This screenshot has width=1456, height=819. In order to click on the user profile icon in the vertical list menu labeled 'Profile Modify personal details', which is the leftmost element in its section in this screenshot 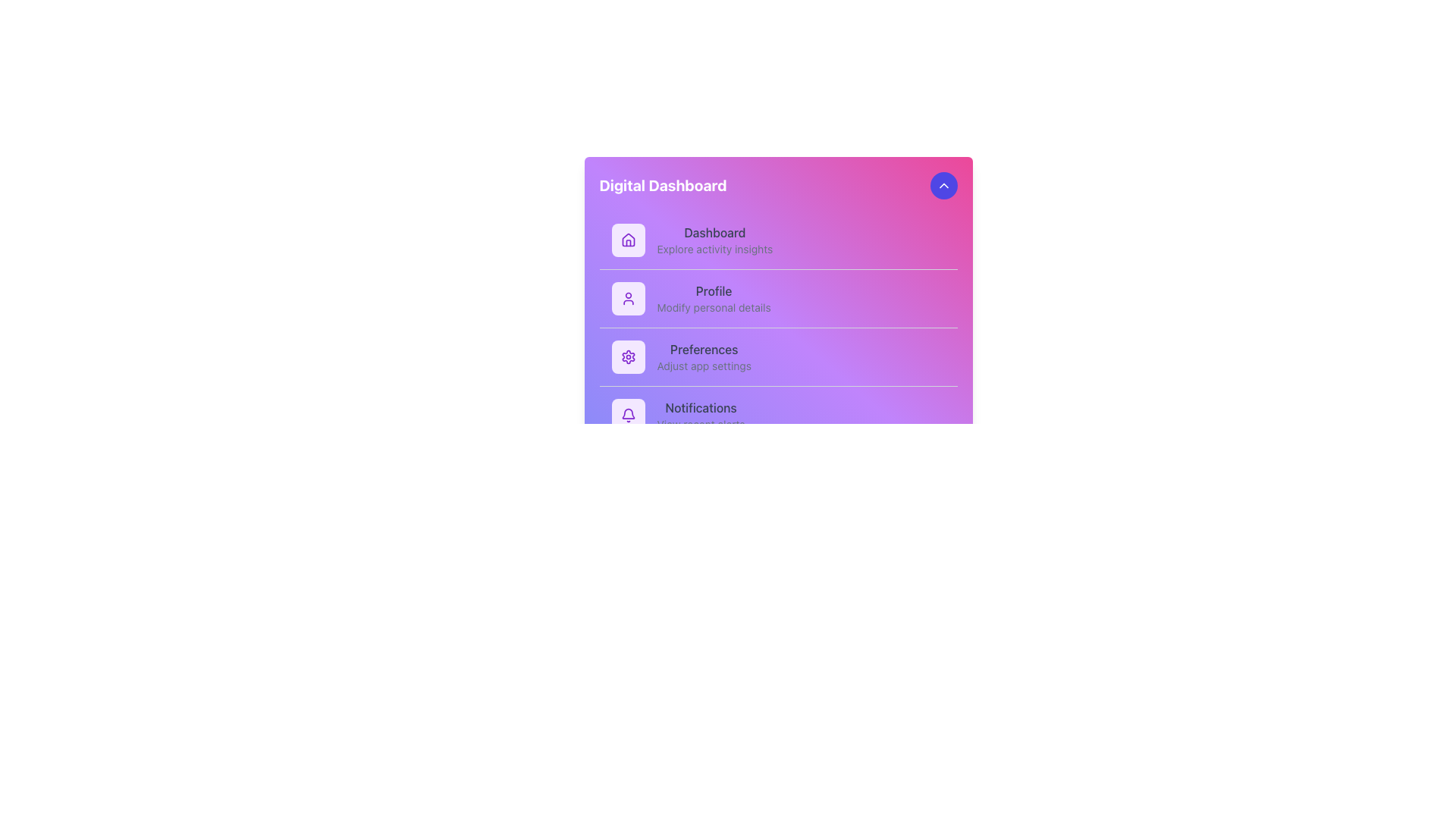, I will do `click(628, 298)`.